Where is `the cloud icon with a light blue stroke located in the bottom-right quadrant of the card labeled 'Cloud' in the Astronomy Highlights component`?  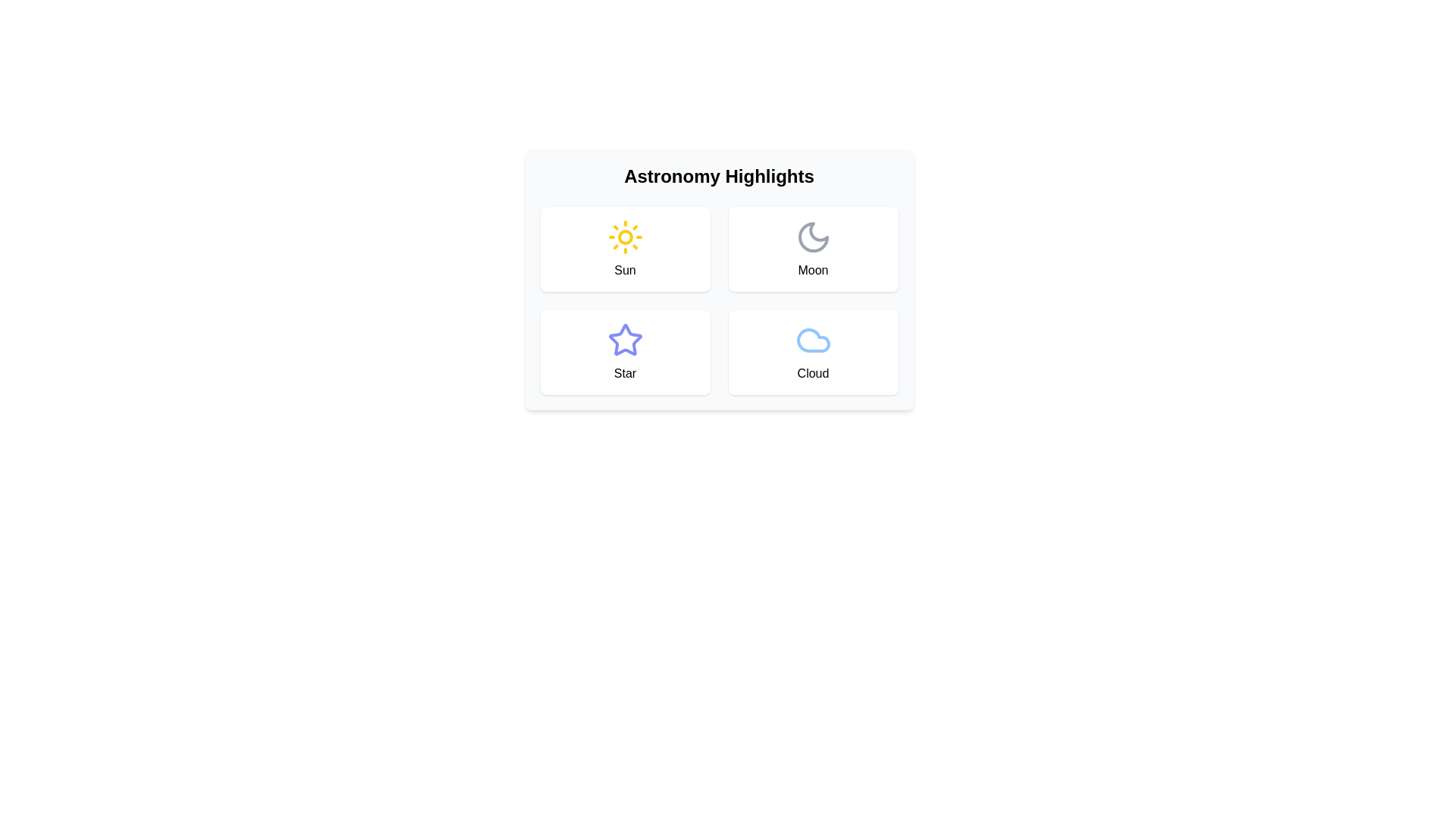
the cloud icon with a light blue stroke located in the bottom-right quadrant of the card labeled 'Cloud' in the Astronomy Highlights component is located at coordinates (812, 339).